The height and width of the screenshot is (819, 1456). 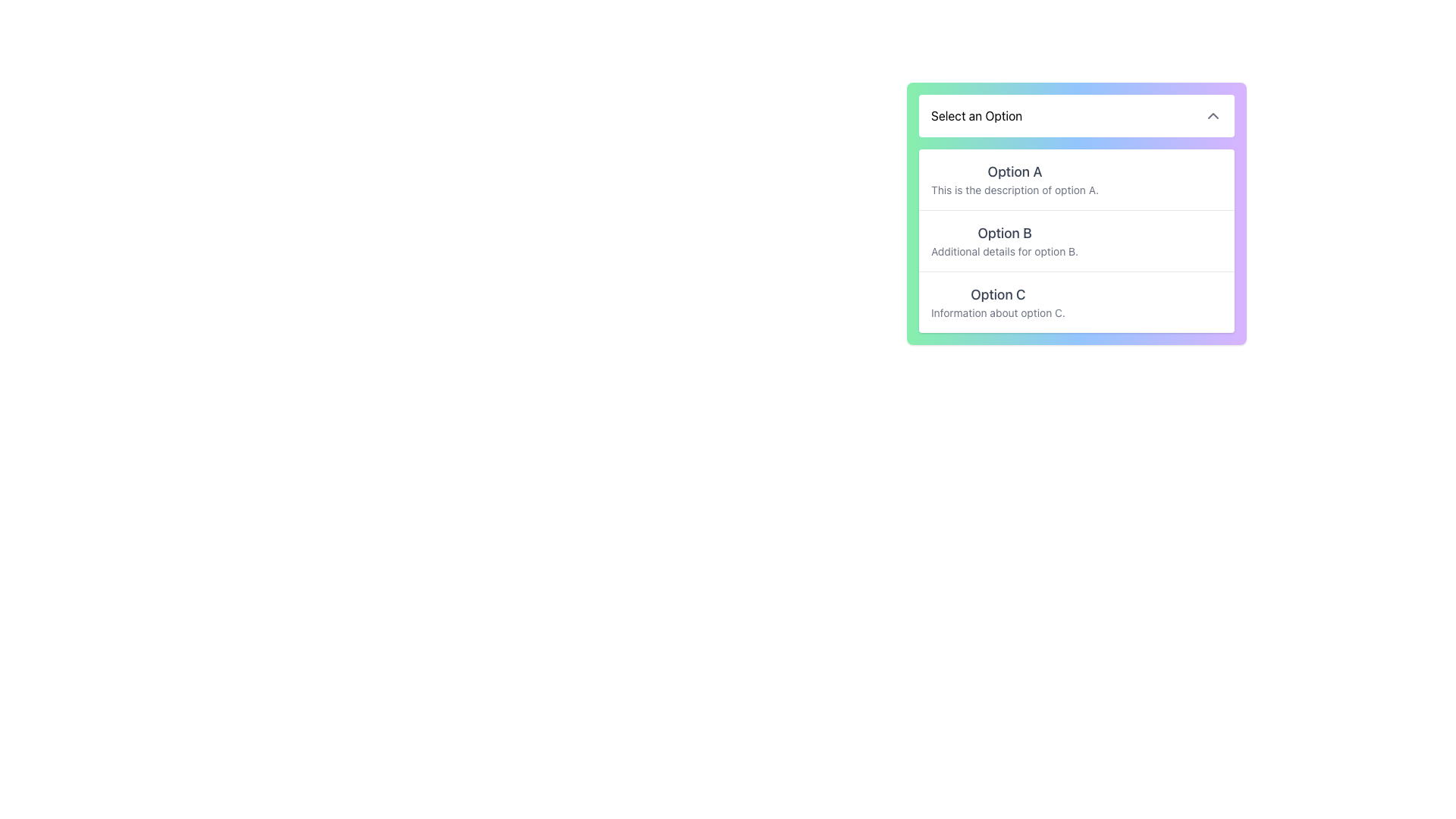 I want to click on the text label providing supplementary information for 'Option B' in the multi-option dropdown menu, located directly below the title text 'Option B.', so click(x=1004, y=250).